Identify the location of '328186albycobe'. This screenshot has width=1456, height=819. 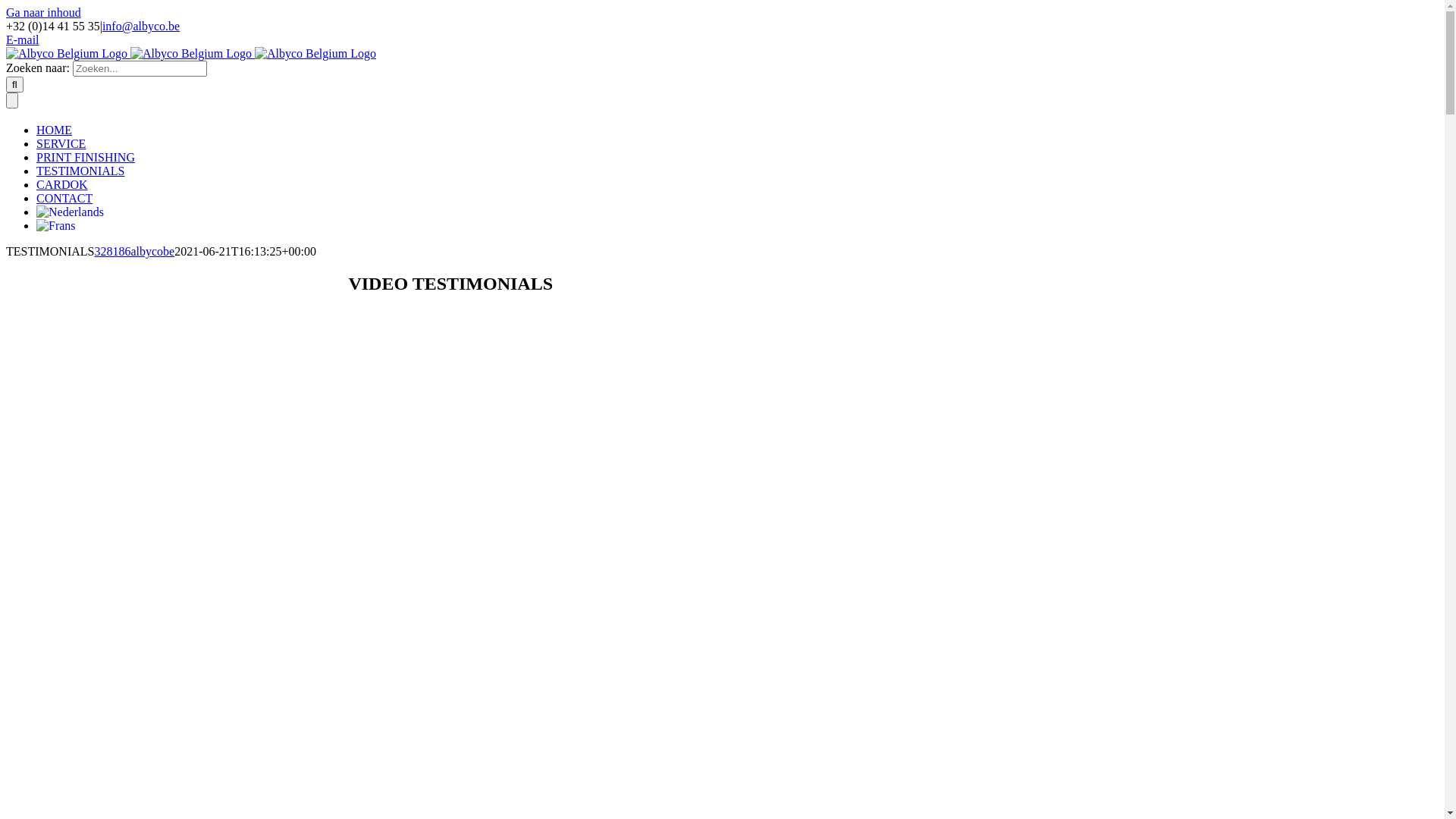
(134, 250).